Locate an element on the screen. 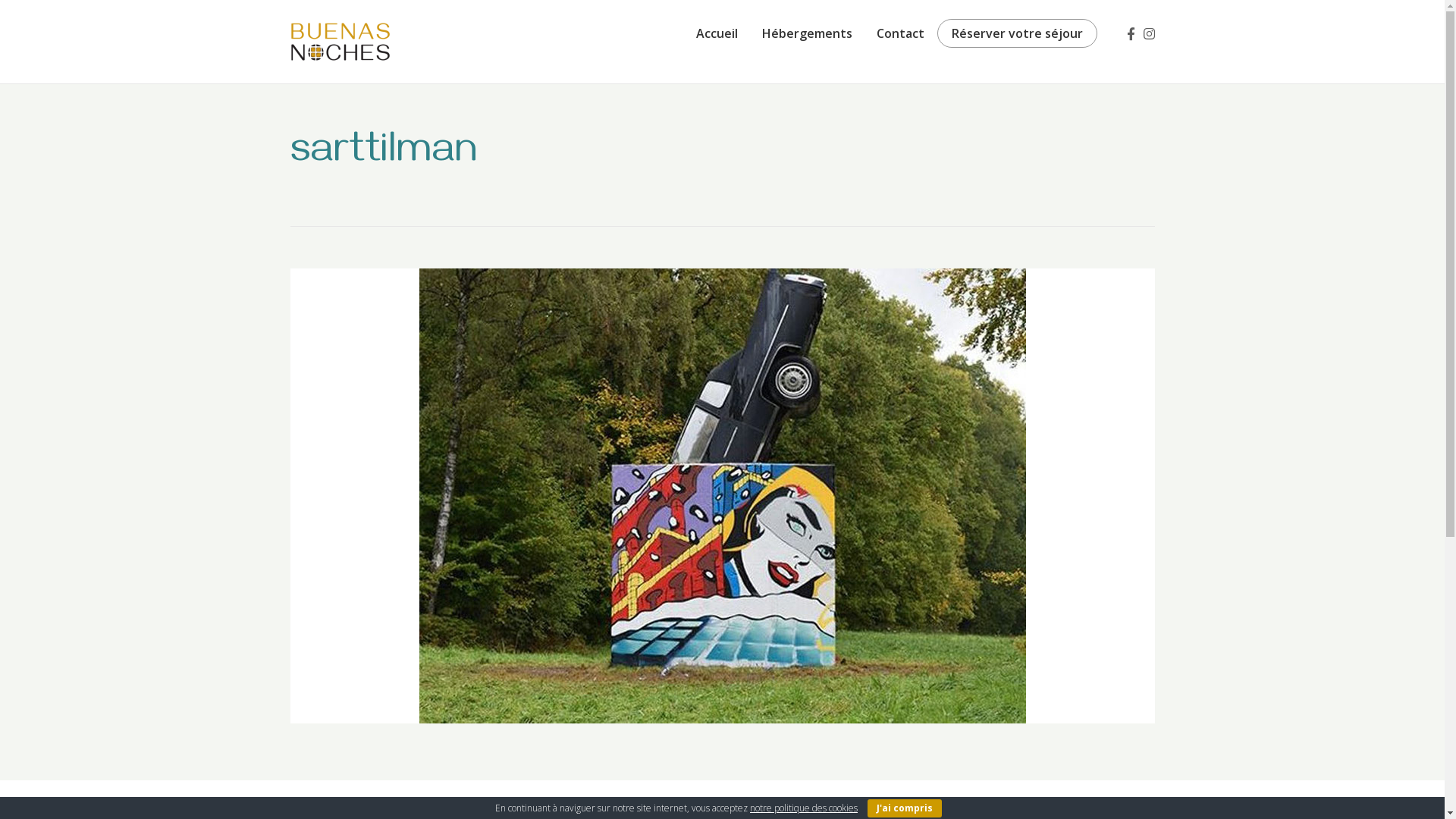 The image size is (1456, 819). 'notre politique des cookies' is located at coordinates (803, 807).